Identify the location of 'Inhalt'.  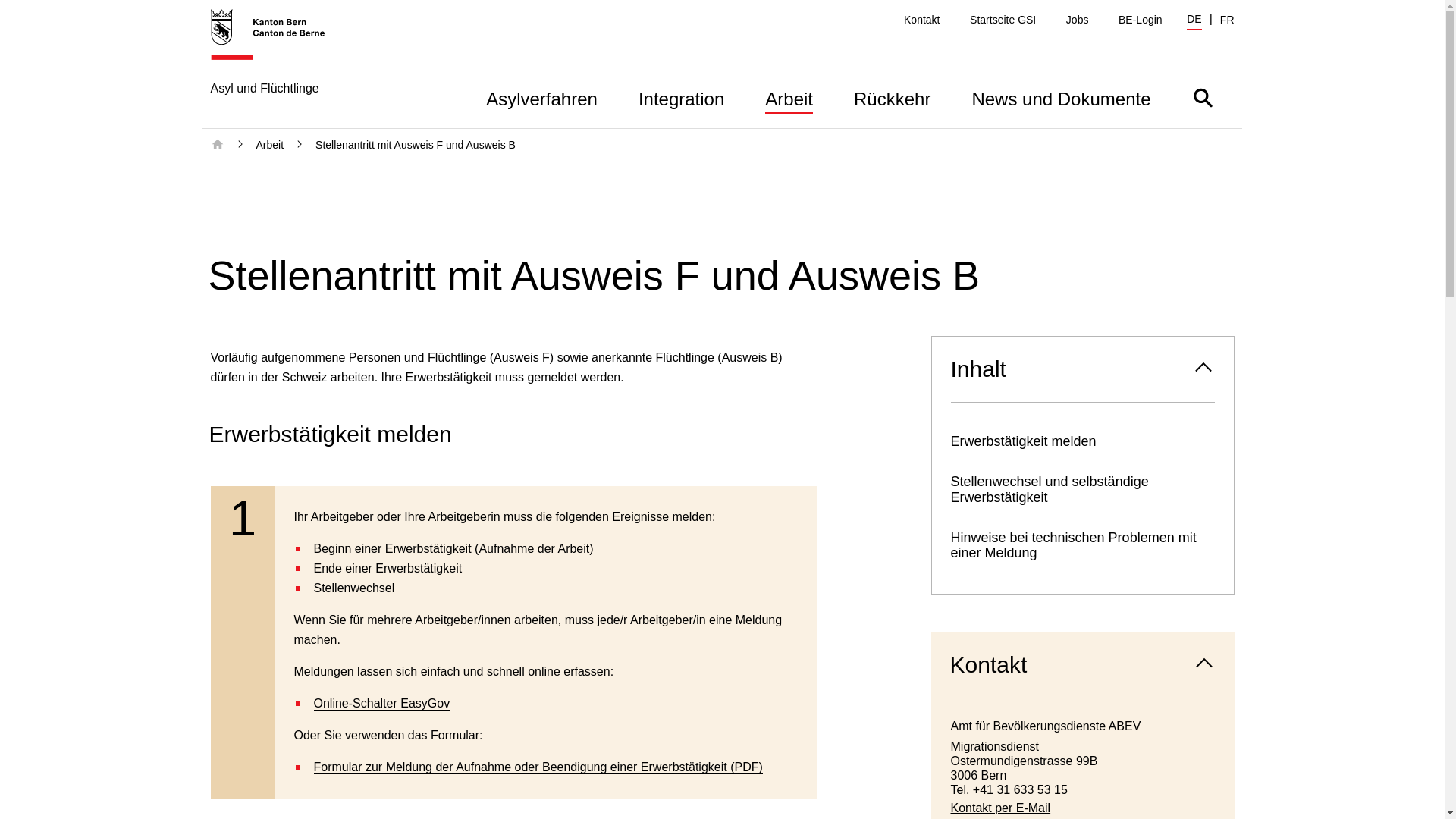
(1081, 369).